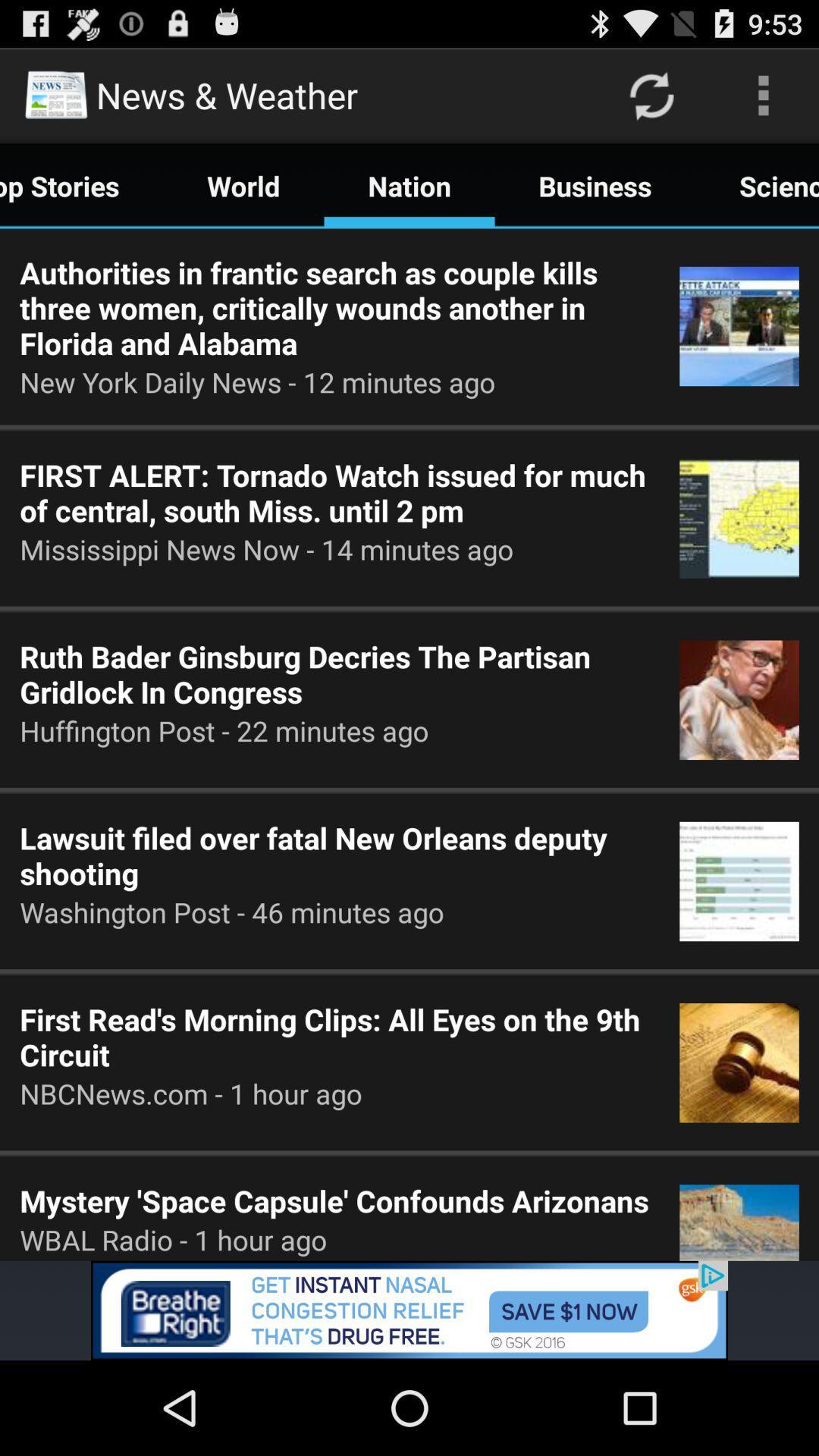 The width and height of the screenshot is (819, 1456). I want to click on 4th image which is below scienc at the right side of the page, so click(739, 881).